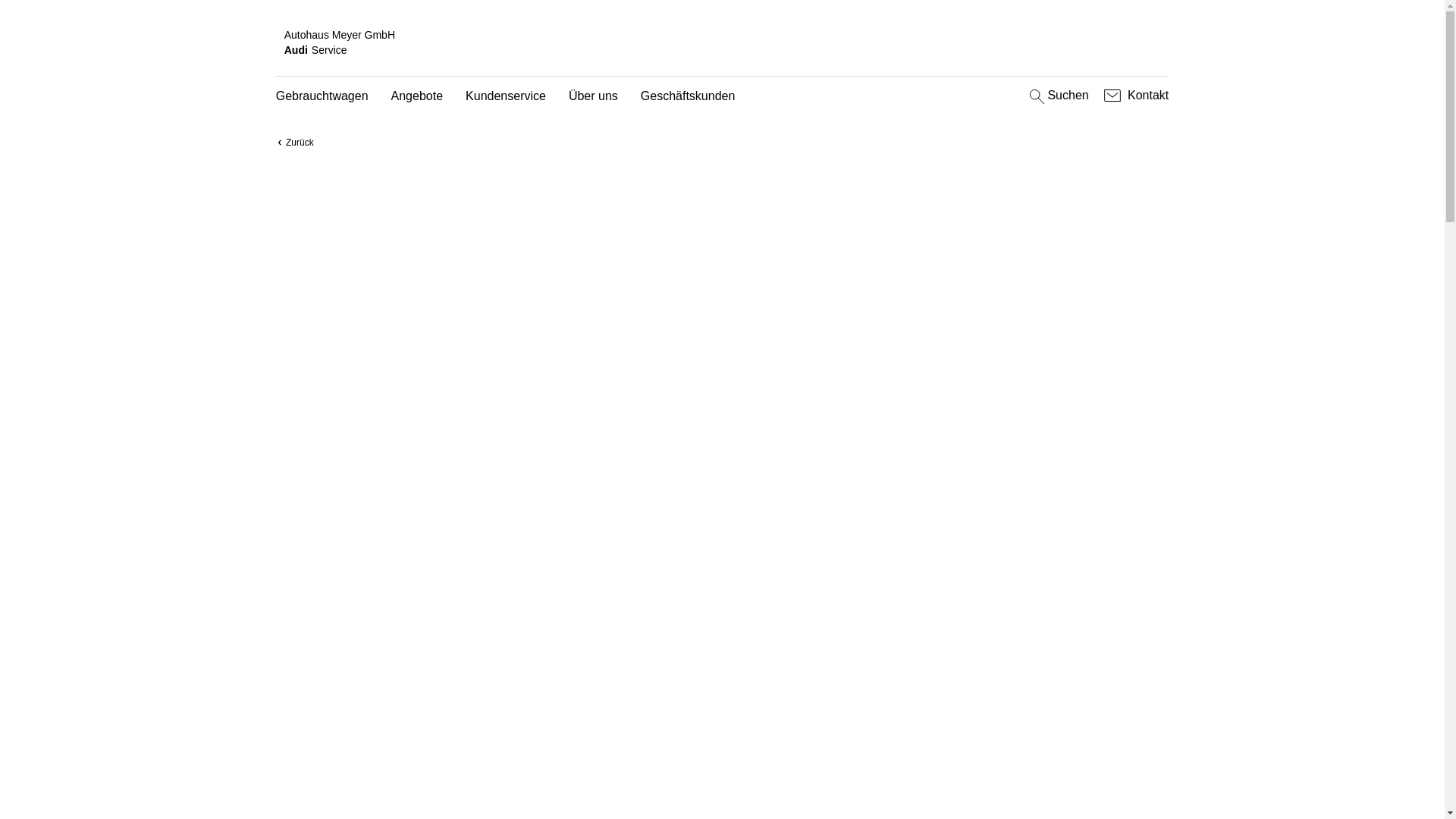  What do you see at coordinates (417, 96) in the screenshot?
I see `'Angebote'` at bounding box center [417, 96].